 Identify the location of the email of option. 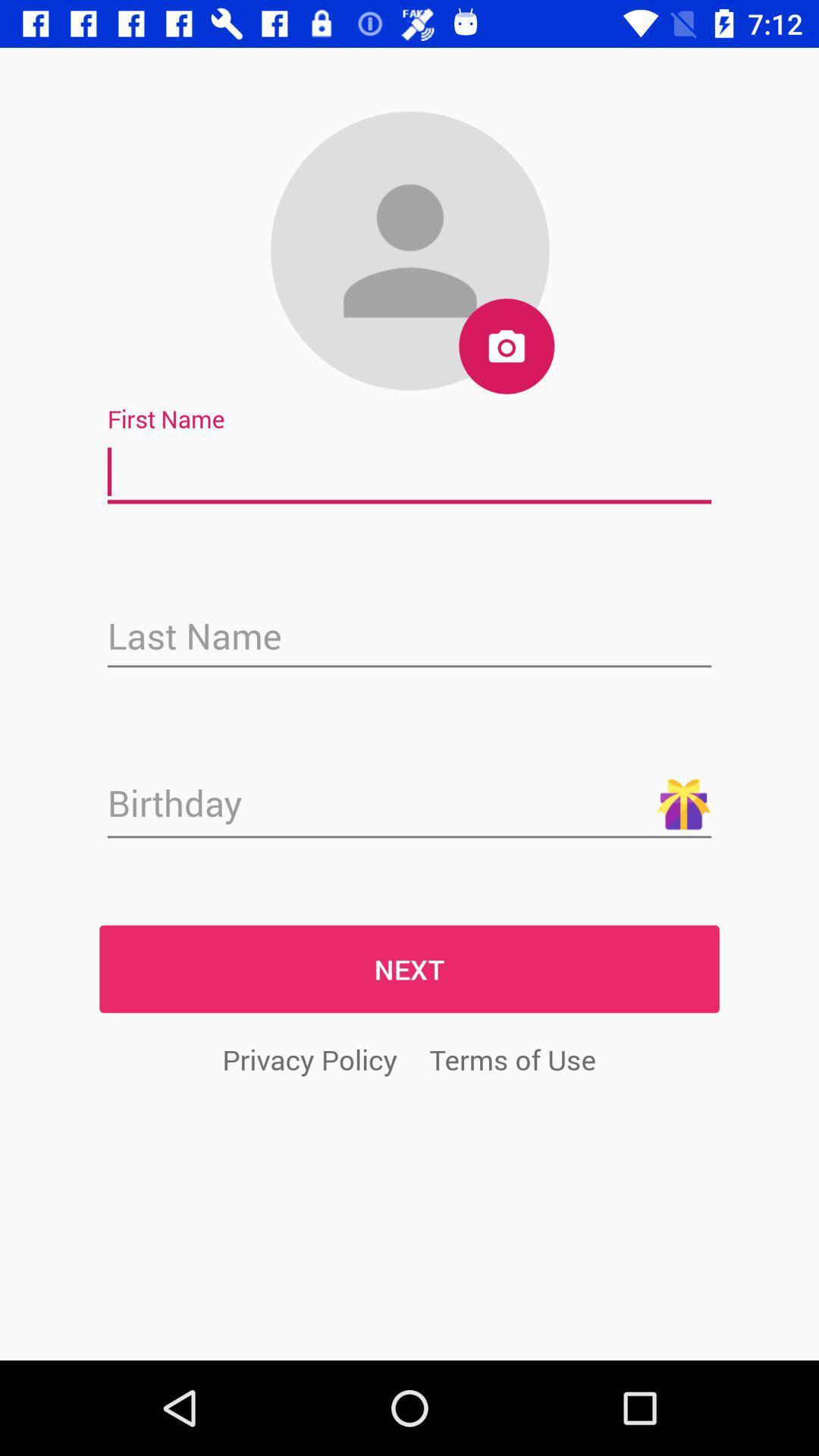
(409, 638).